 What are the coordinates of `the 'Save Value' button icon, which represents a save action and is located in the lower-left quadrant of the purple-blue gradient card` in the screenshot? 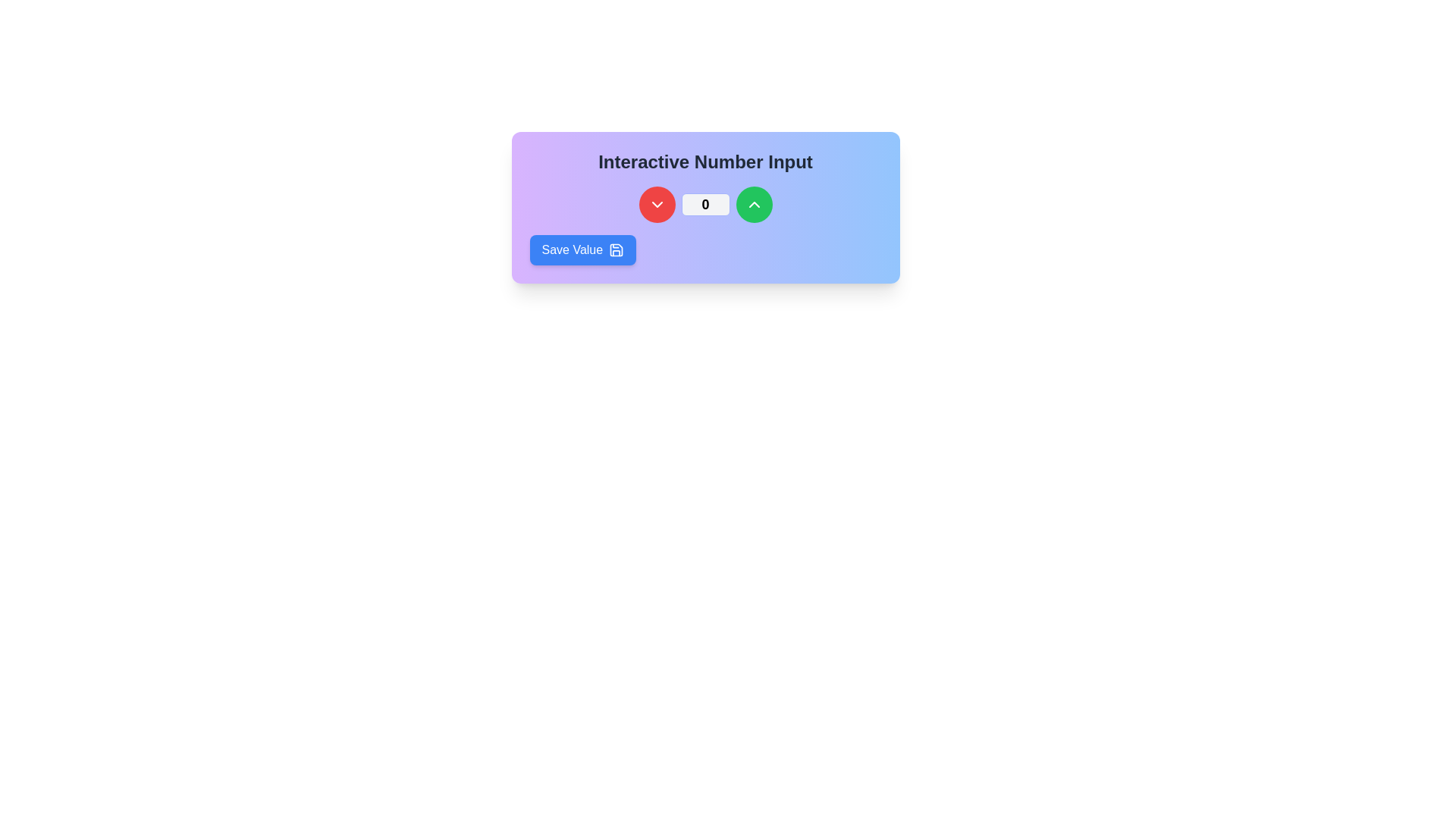 It's located at (617, 249).